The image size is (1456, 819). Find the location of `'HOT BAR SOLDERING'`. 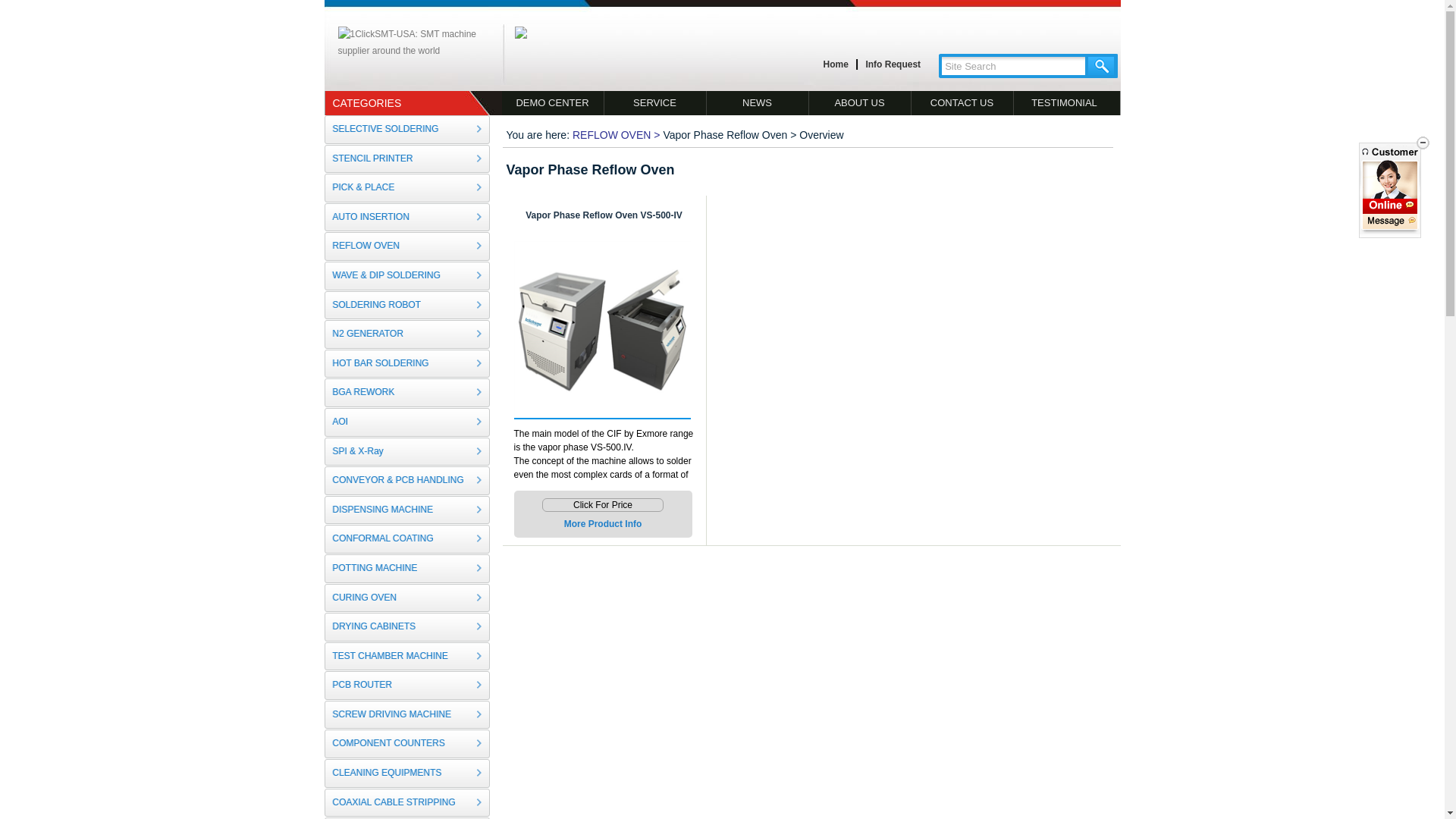

'HOT BAR SOLDERING' is located at coordinates (407, 363).